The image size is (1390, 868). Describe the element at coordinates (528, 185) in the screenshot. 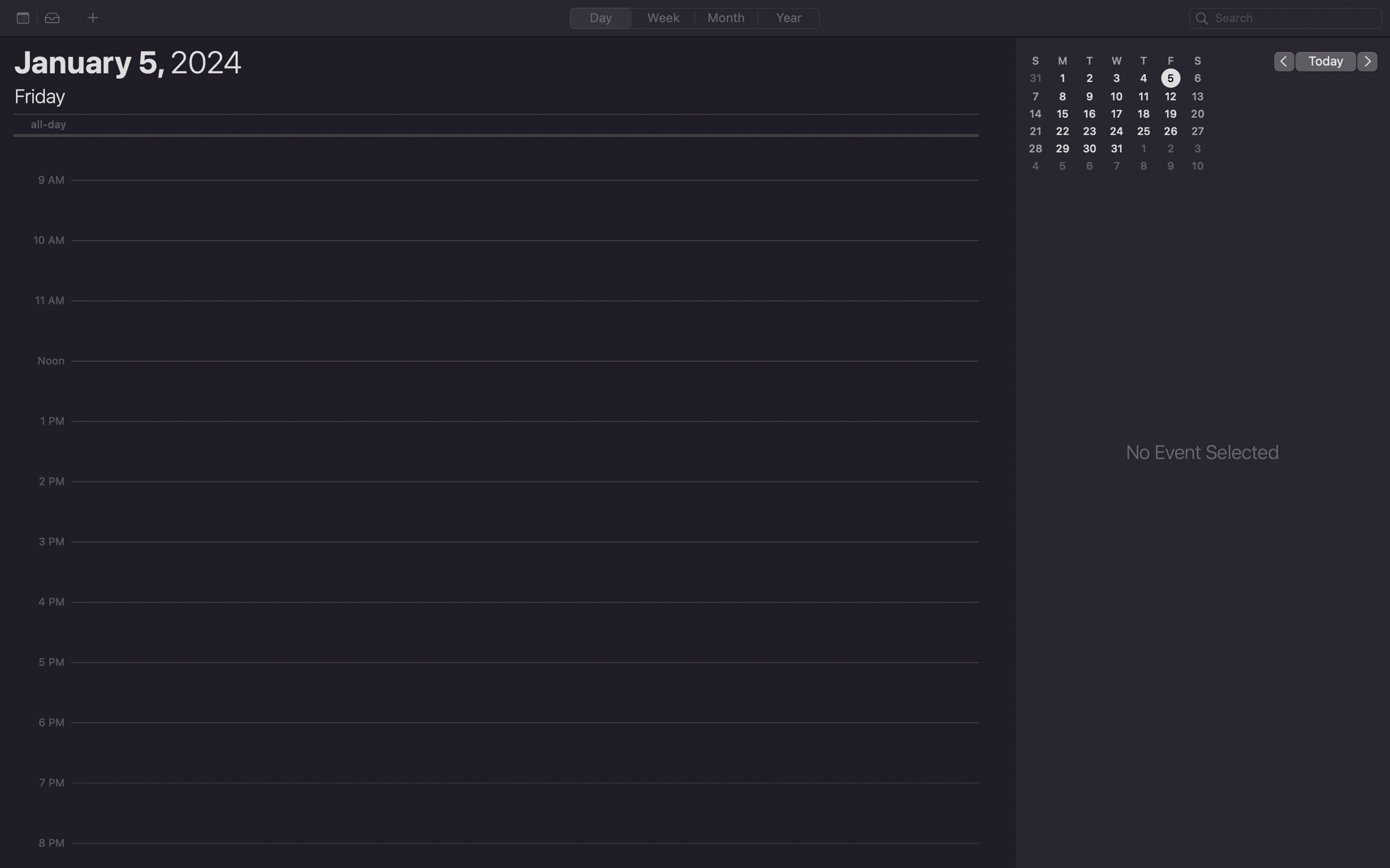

I see `Scroll from 9 am to 1 pm to create an event` at that location.